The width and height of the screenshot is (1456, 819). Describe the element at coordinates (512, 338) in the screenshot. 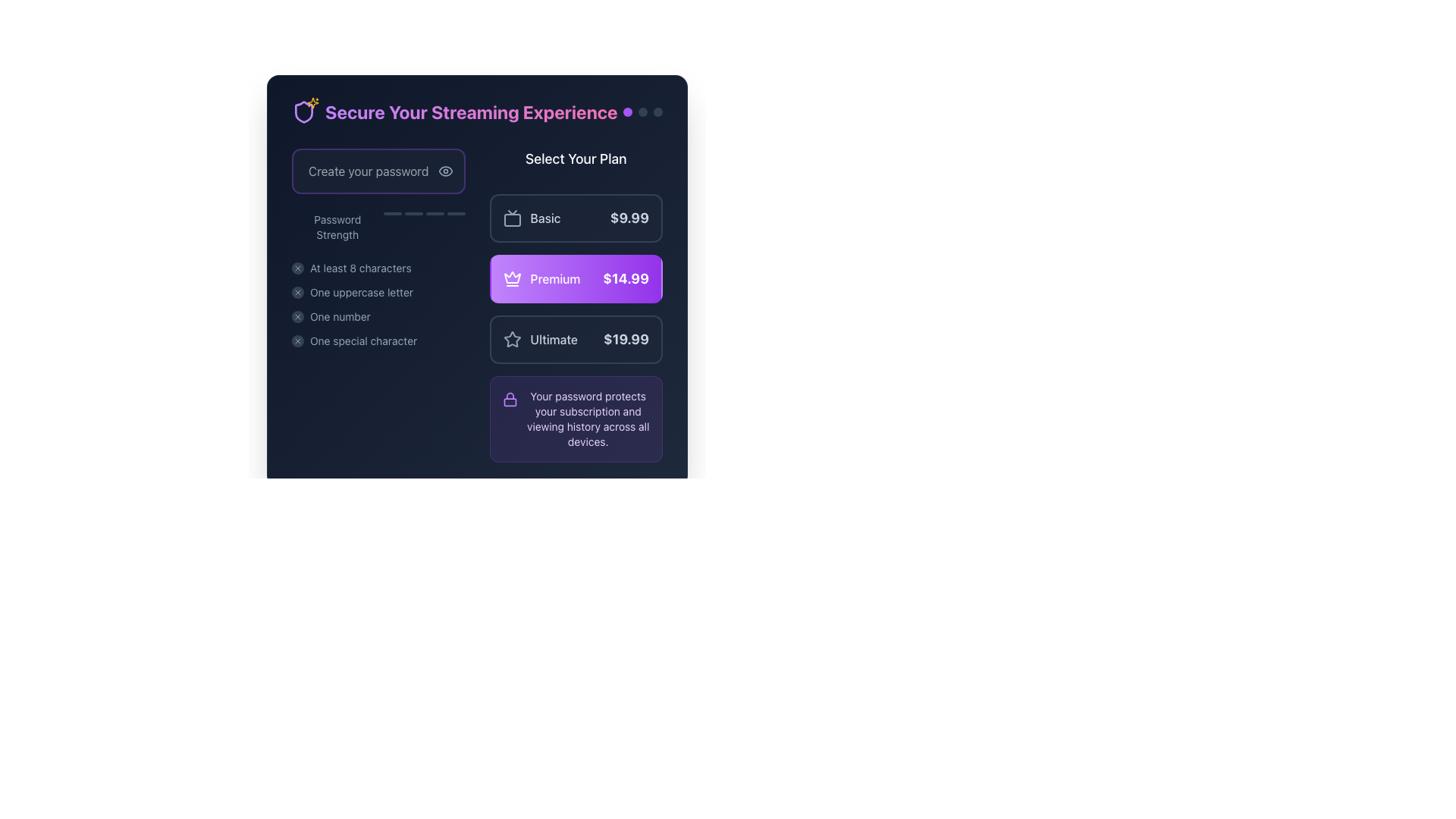

I see `the star-shaped icon outlined in light slate color, located to the left of the text 'Ultimate' and adjacent to the pricing detail '$19.99'` at that location.